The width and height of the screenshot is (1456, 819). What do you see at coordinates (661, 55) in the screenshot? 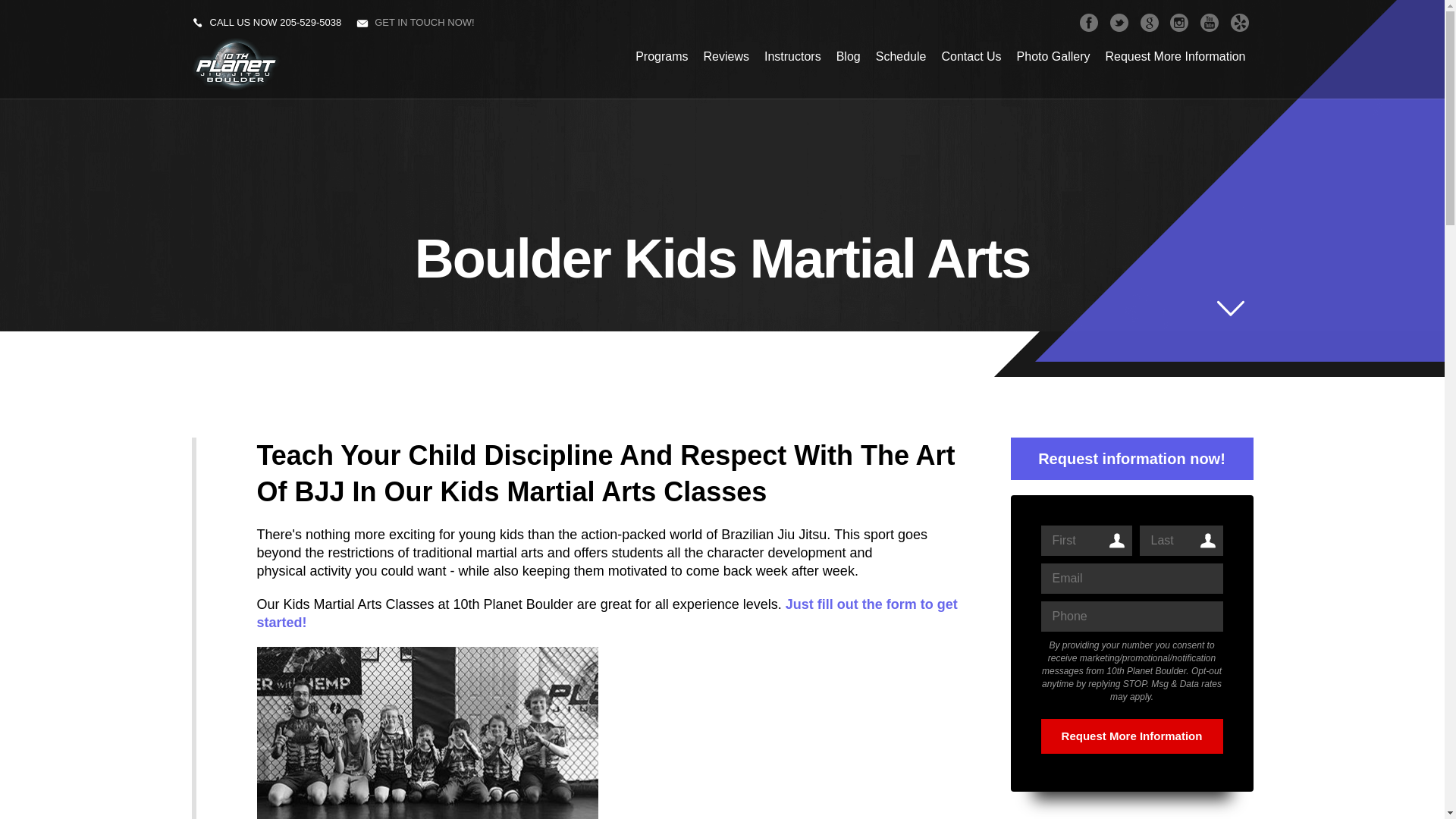
I see `'Programs'` at bounding box center [661, 55].